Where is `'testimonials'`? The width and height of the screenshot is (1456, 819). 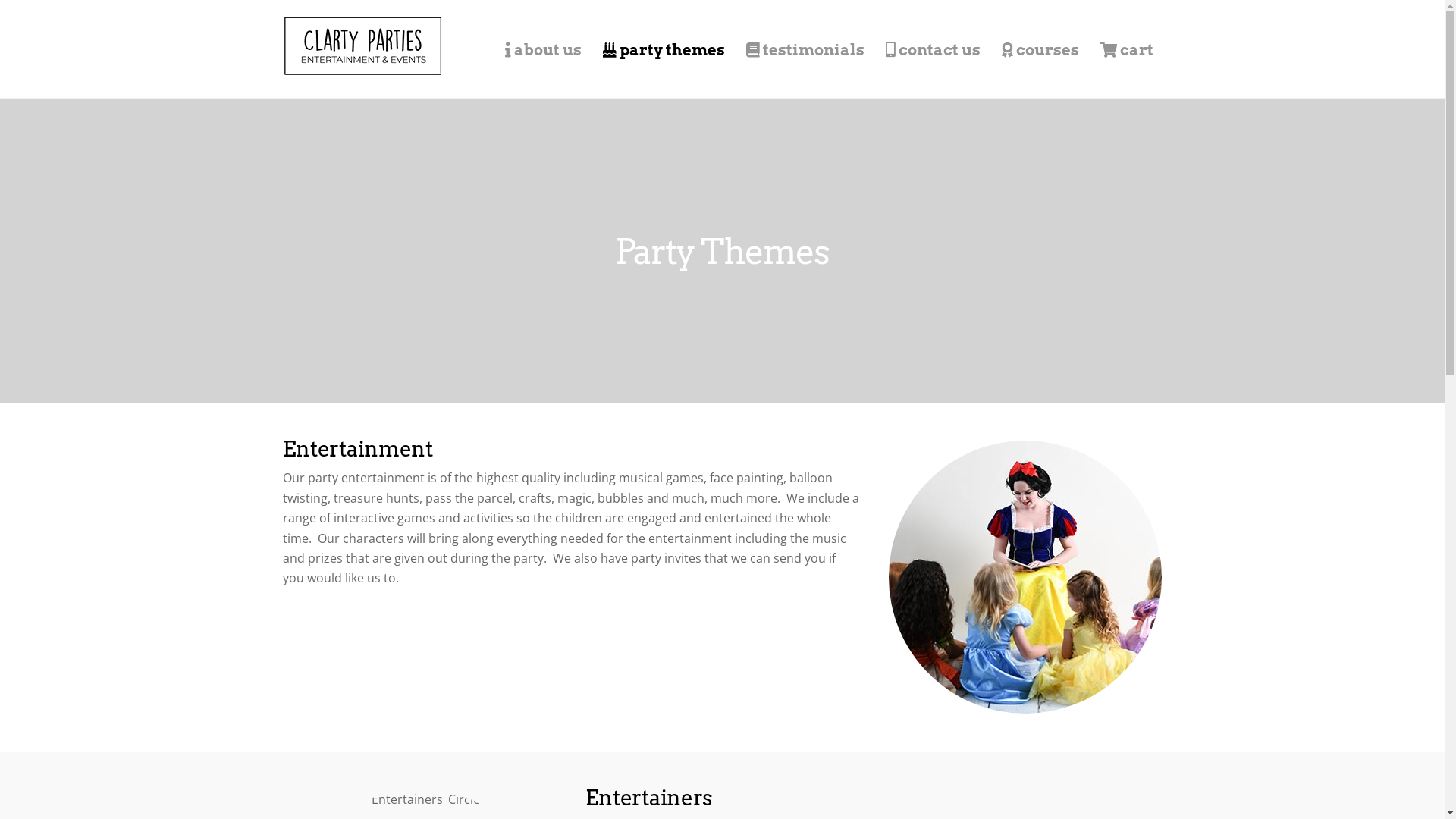 'testimonials' is located at coordinates (804, 49).